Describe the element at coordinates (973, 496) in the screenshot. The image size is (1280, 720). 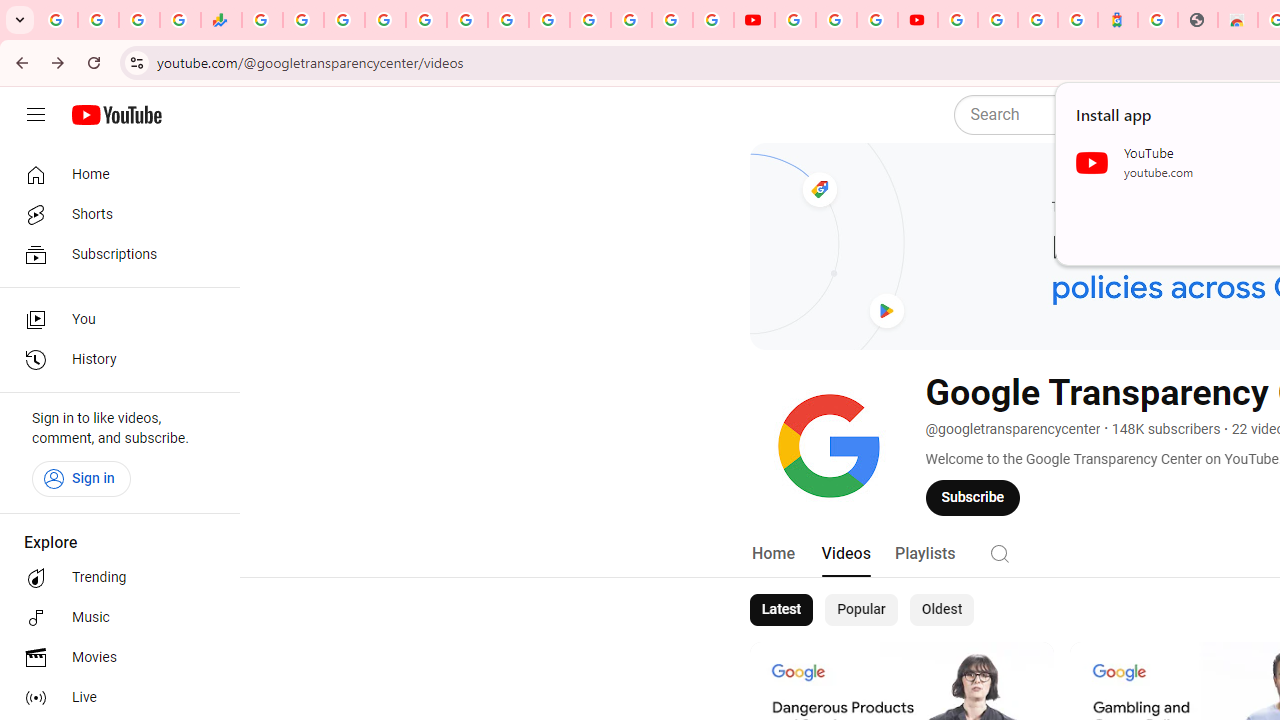
I see `'Subscribe'` at that location.